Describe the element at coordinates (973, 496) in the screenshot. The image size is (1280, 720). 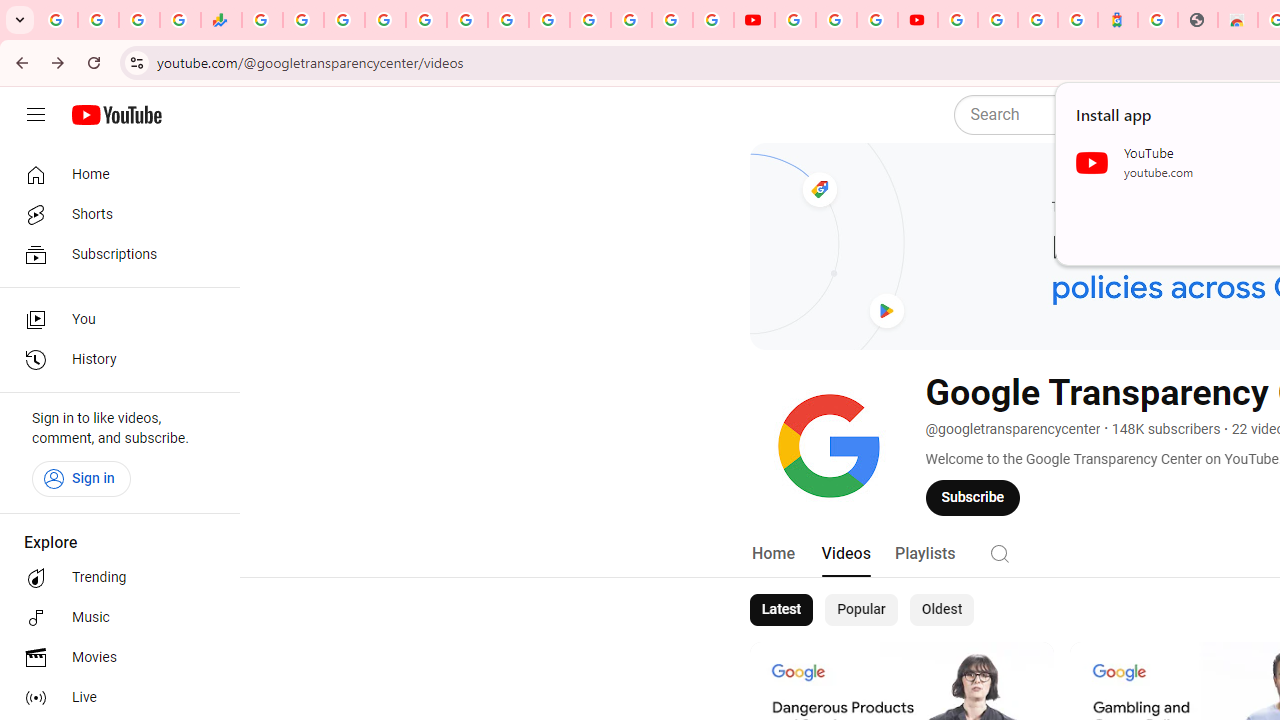
I see `'Subscribe'` at that location.